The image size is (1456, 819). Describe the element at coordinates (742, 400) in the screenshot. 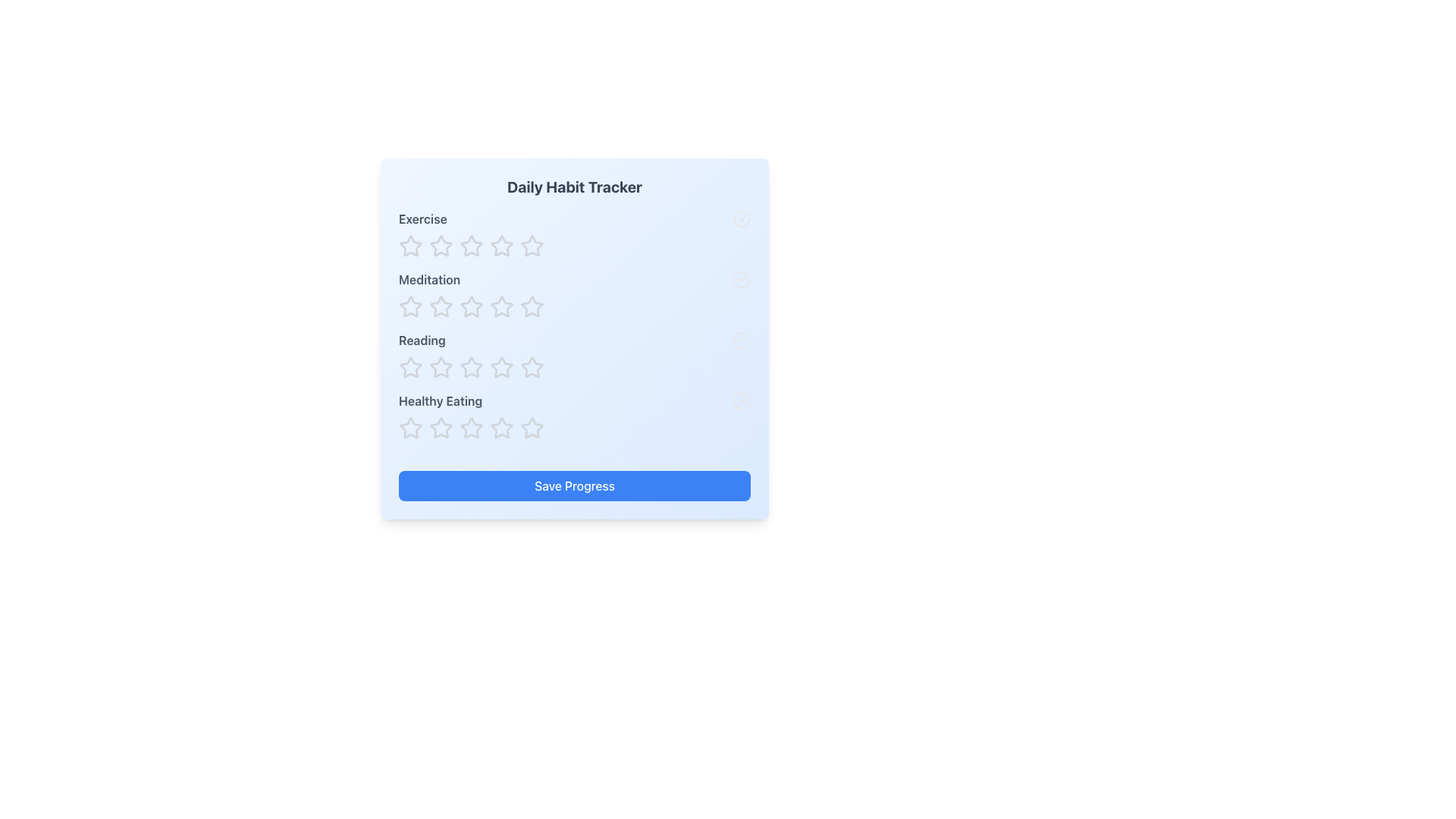

I see `the circular shape representing a check or status indicator located to the right of the 'Healthy Eating' section in the habit tracker interface` at that location.